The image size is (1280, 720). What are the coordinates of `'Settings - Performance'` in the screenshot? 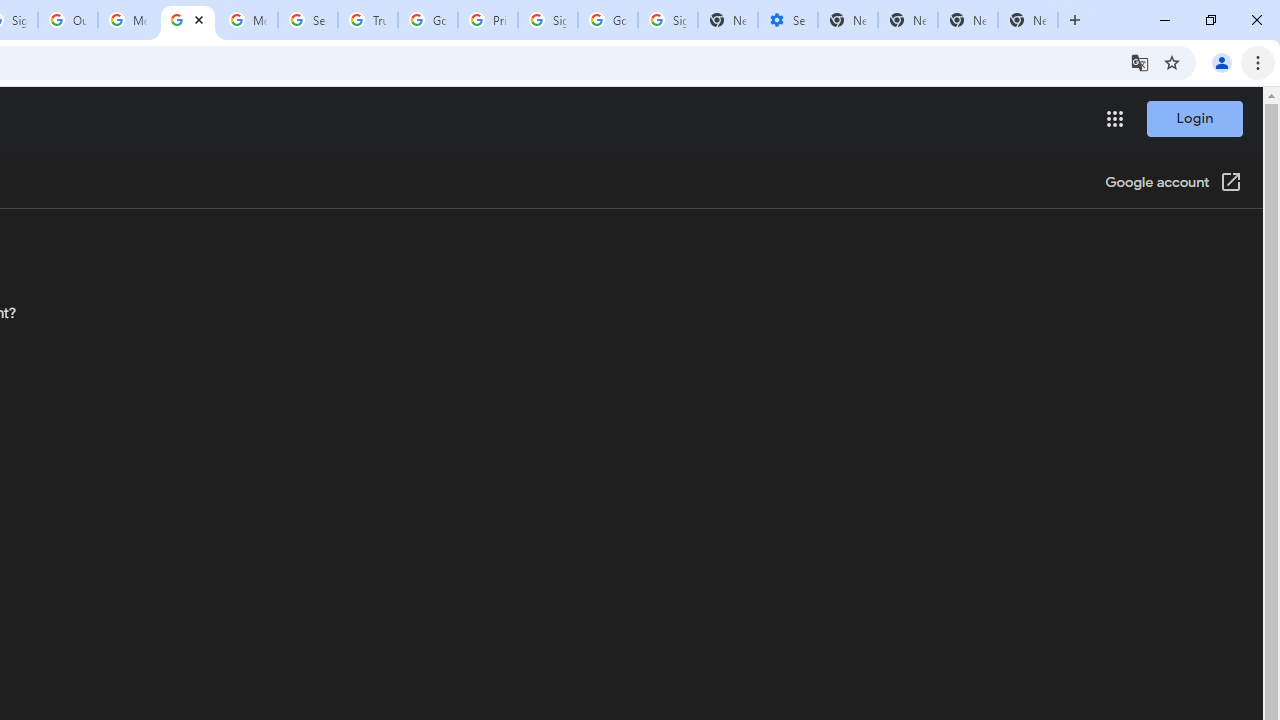 It's located at (786, 20).